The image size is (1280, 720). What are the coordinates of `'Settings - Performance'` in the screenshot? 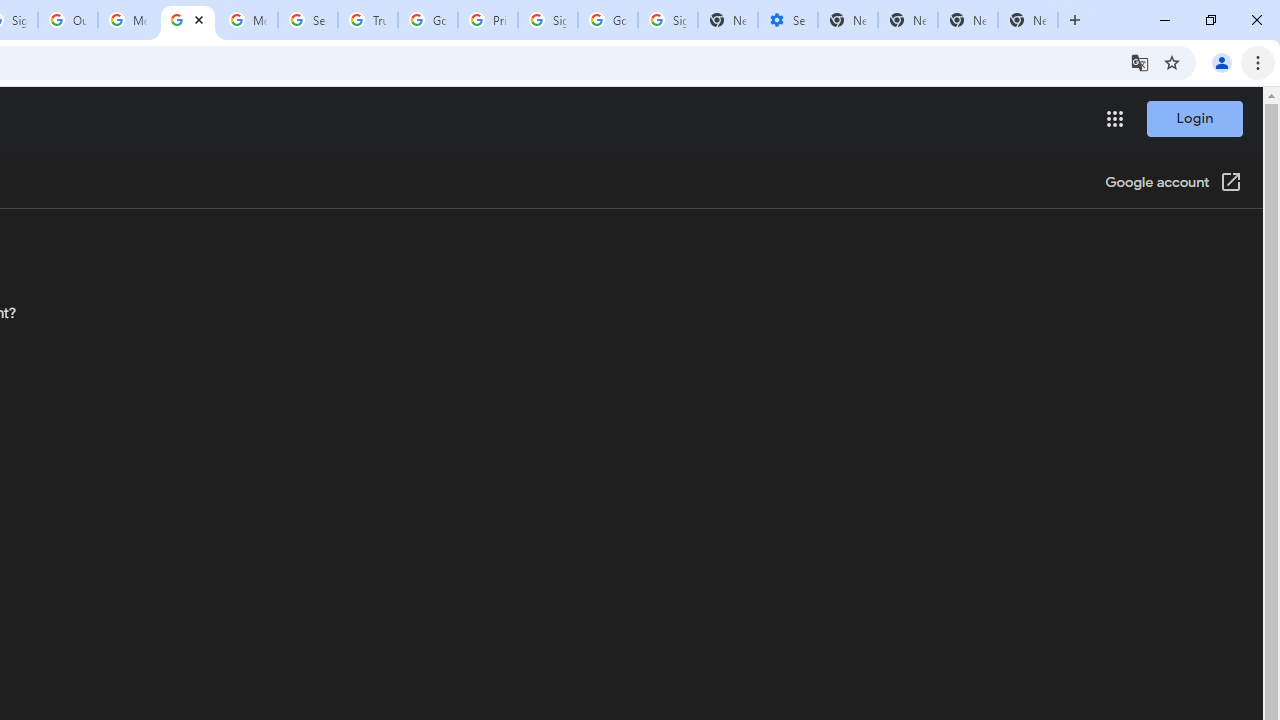 It's located at (786, 20).